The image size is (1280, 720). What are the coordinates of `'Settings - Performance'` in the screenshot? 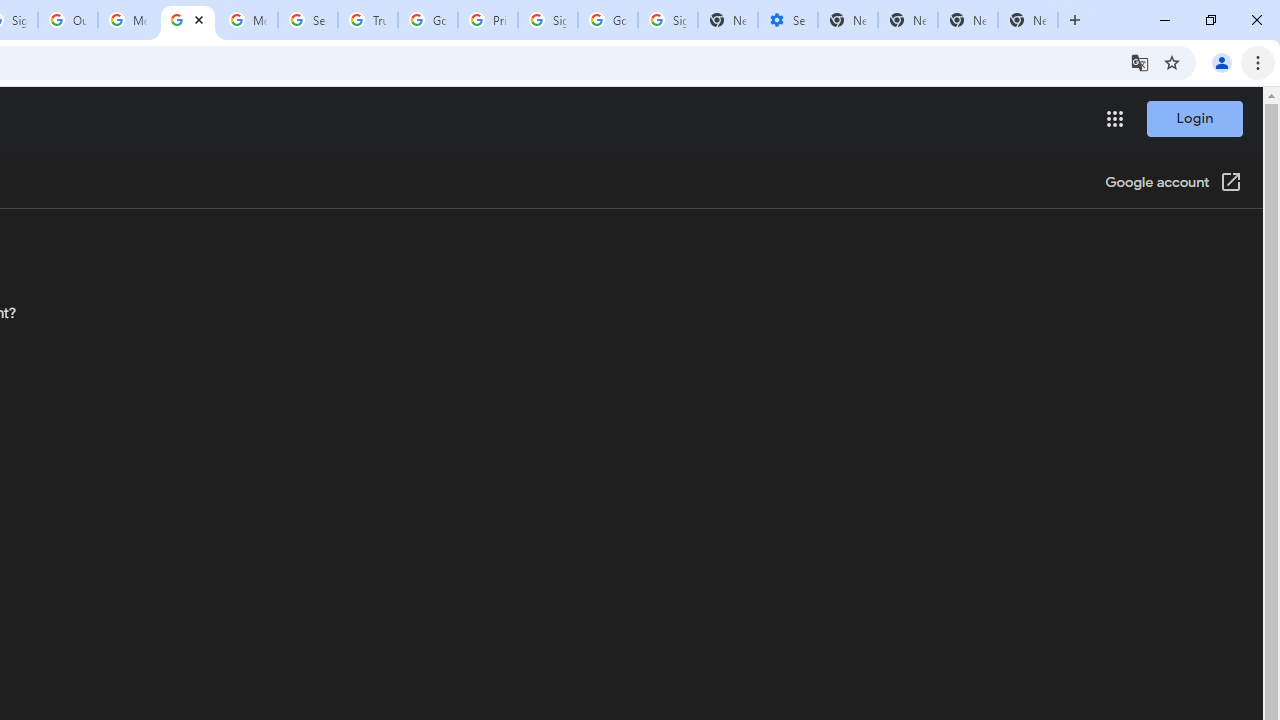 It's located at (786, 20).